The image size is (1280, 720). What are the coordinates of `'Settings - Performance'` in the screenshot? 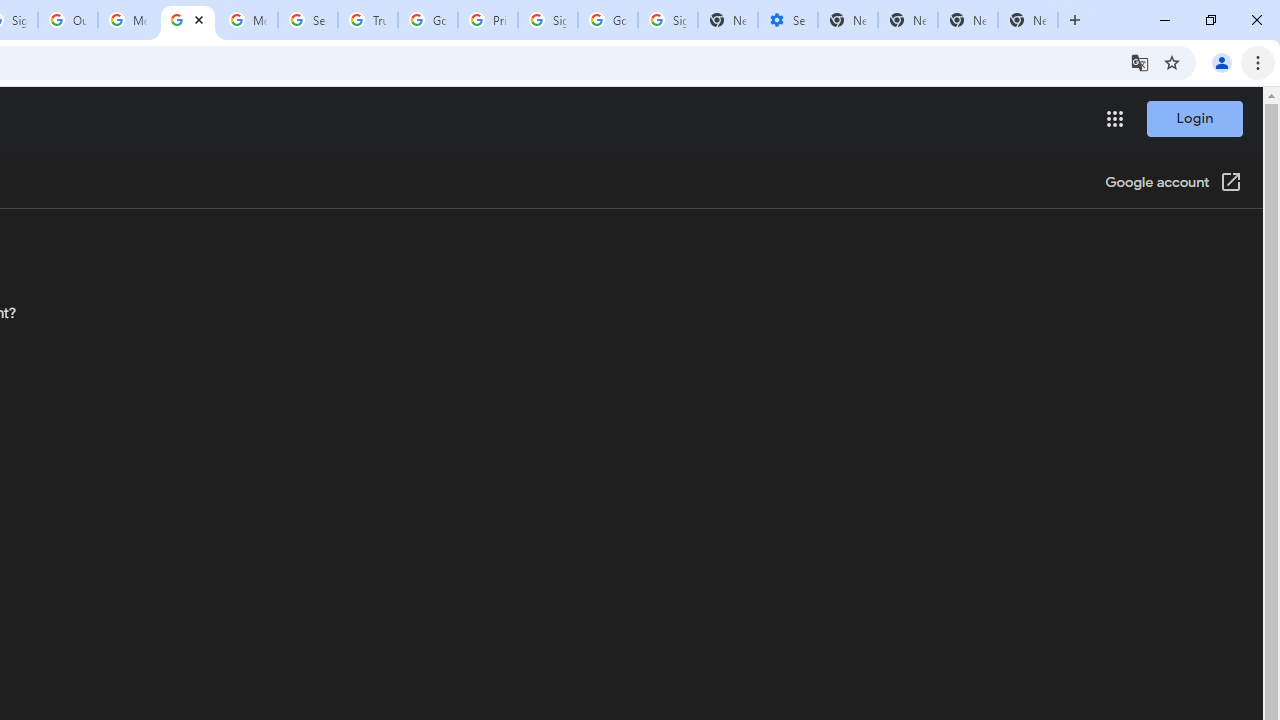 It's located at (786, 20).